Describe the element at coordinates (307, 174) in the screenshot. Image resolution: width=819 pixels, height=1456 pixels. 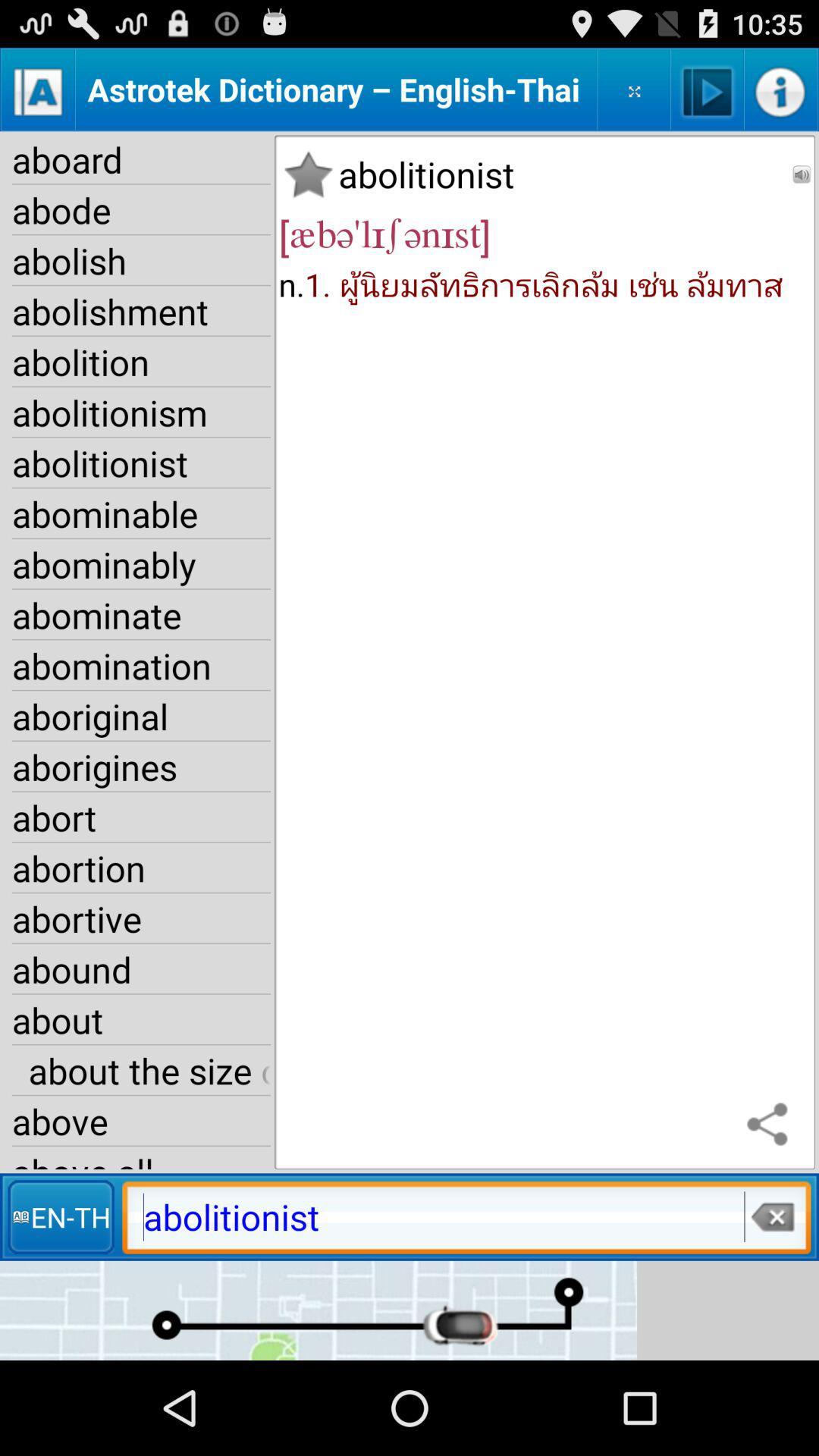
I see `the icon next to abolitionist app` at that location.